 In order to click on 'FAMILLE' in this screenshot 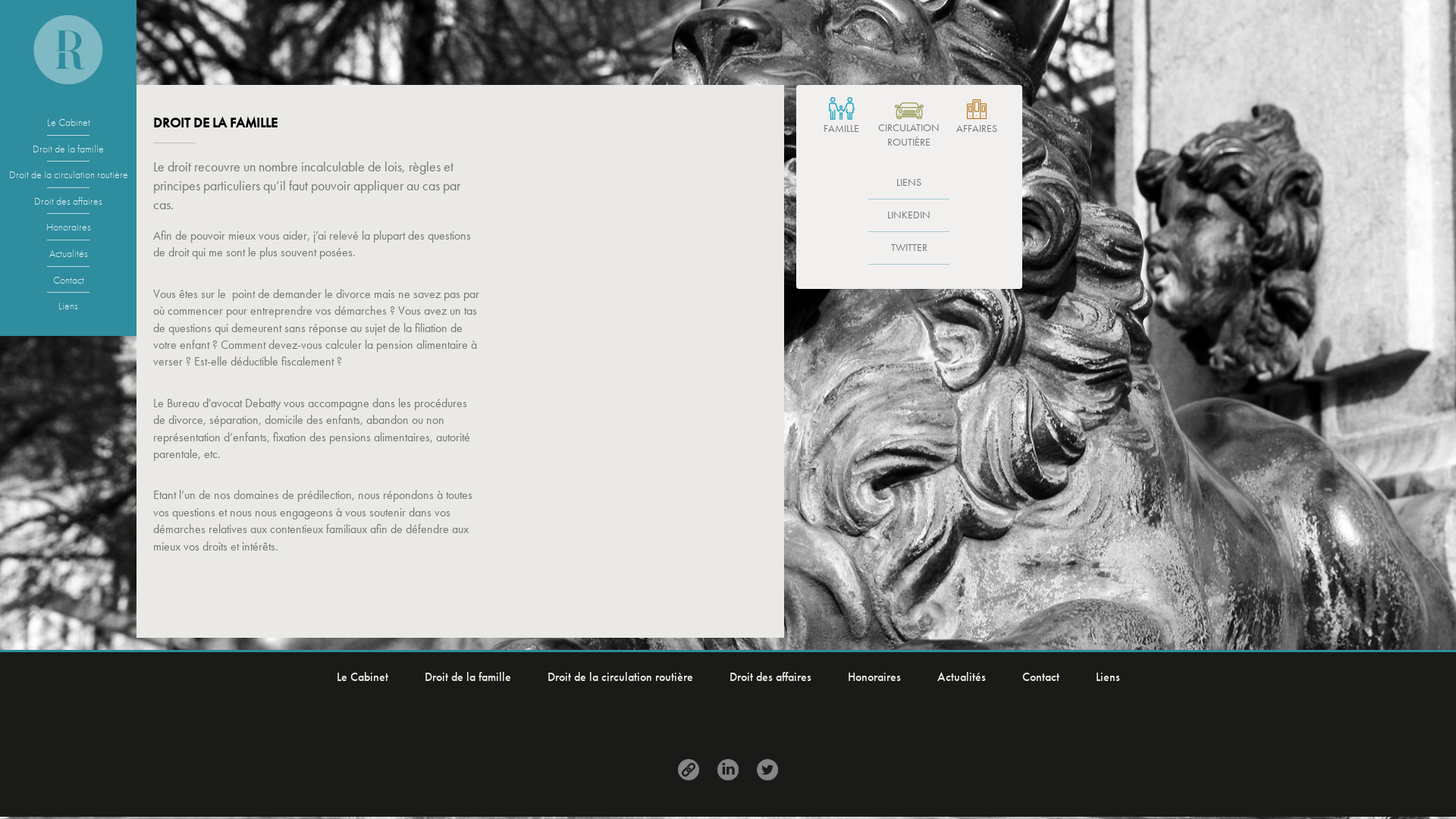, I will do `click(840, 116)`.